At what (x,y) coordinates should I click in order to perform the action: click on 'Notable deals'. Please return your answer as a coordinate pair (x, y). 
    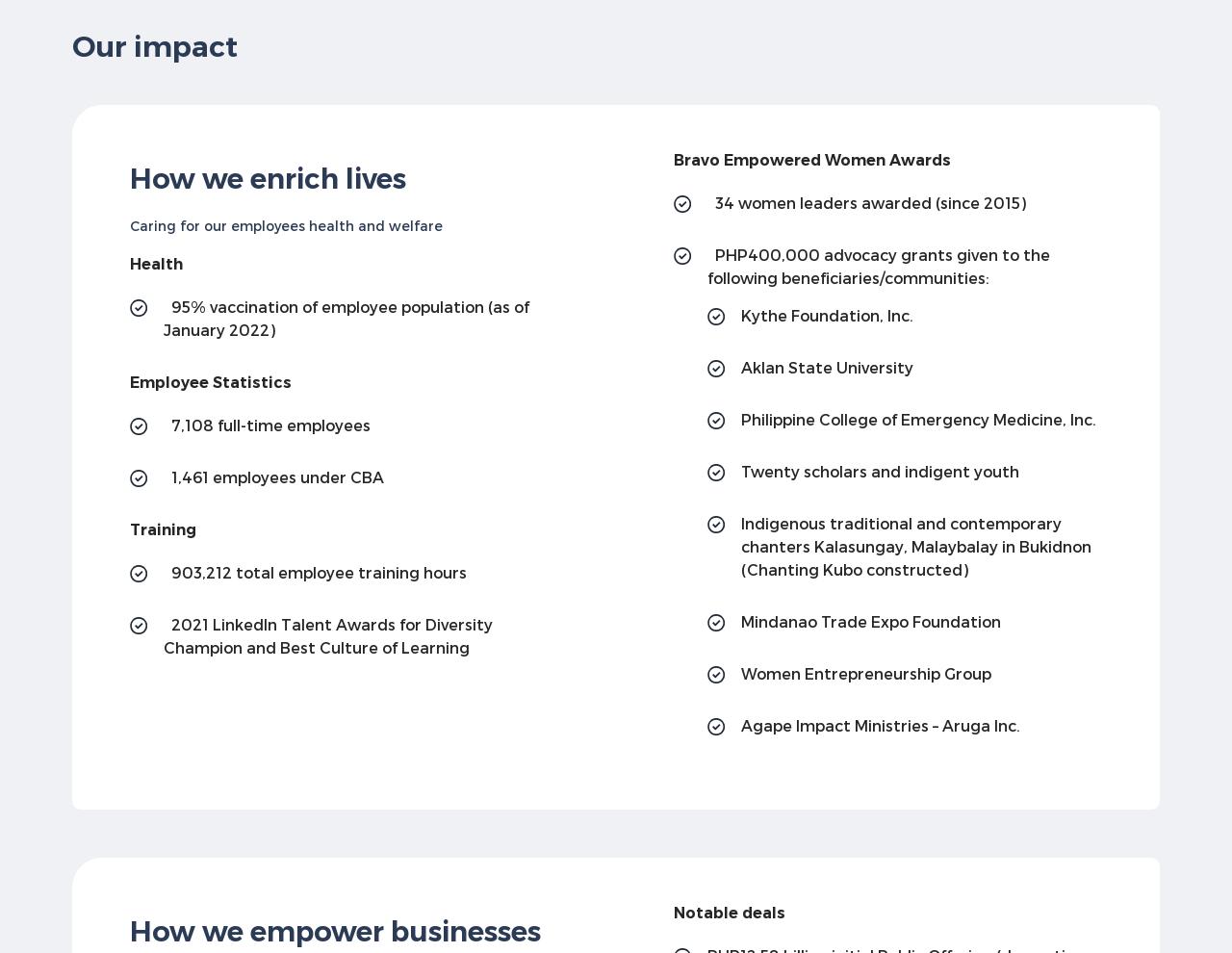
    Looking at the image, I should click on (729, 913).